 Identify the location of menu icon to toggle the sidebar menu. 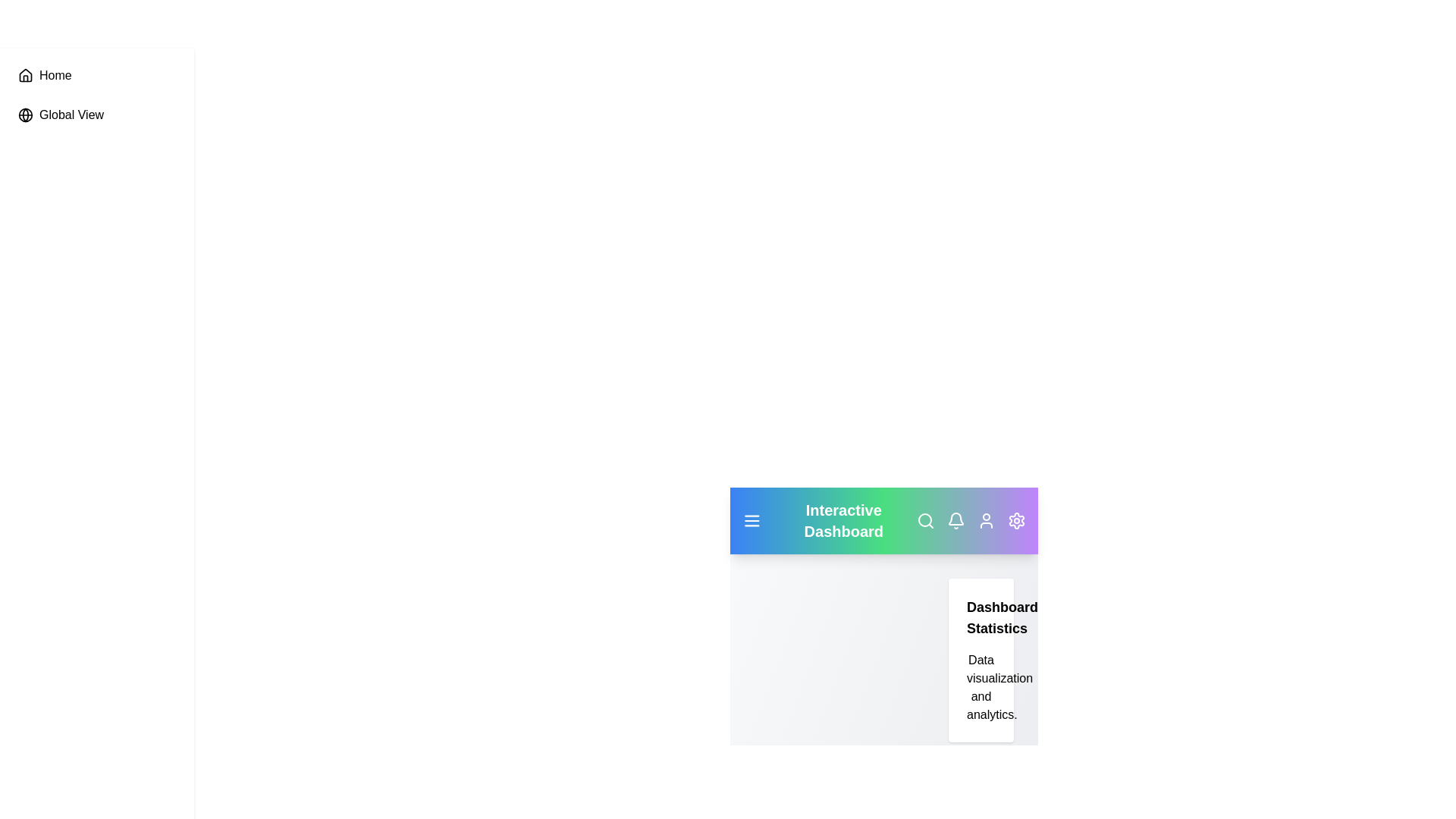
(752, 519).